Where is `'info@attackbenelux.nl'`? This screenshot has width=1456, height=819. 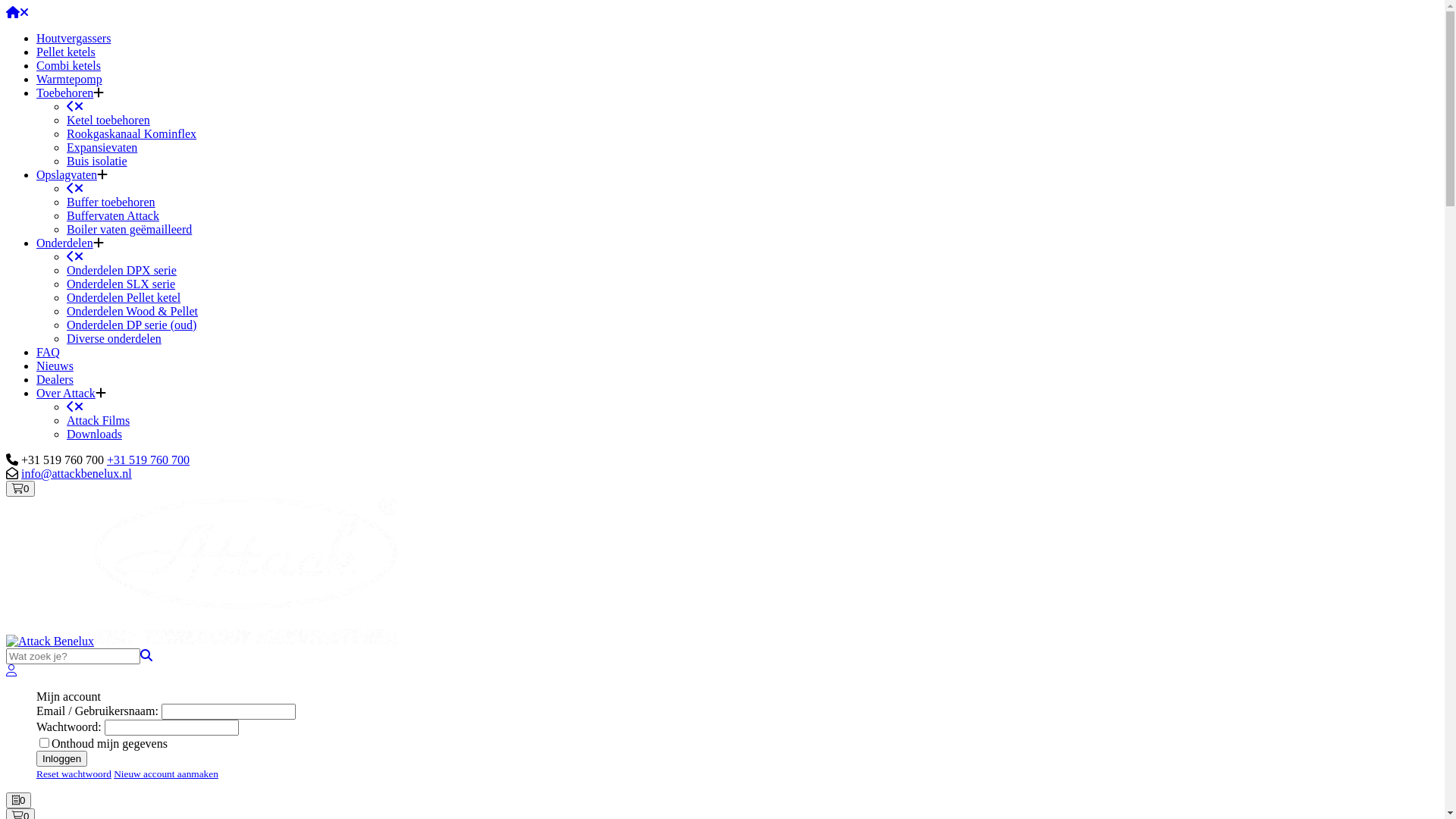
'info@attackbenelux.nl' is located at coordinates (21, 472).